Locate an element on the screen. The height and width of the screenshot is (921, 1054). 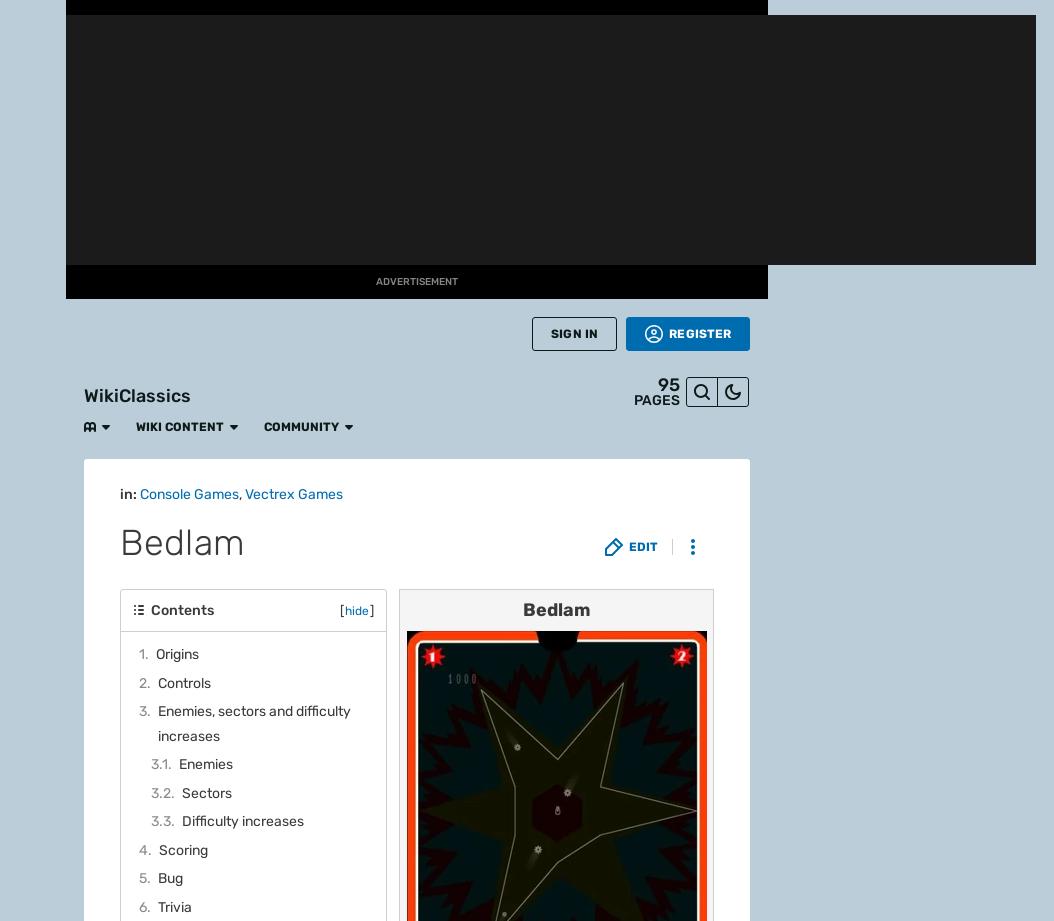
'Movies' is located at coordinates (32, 430).